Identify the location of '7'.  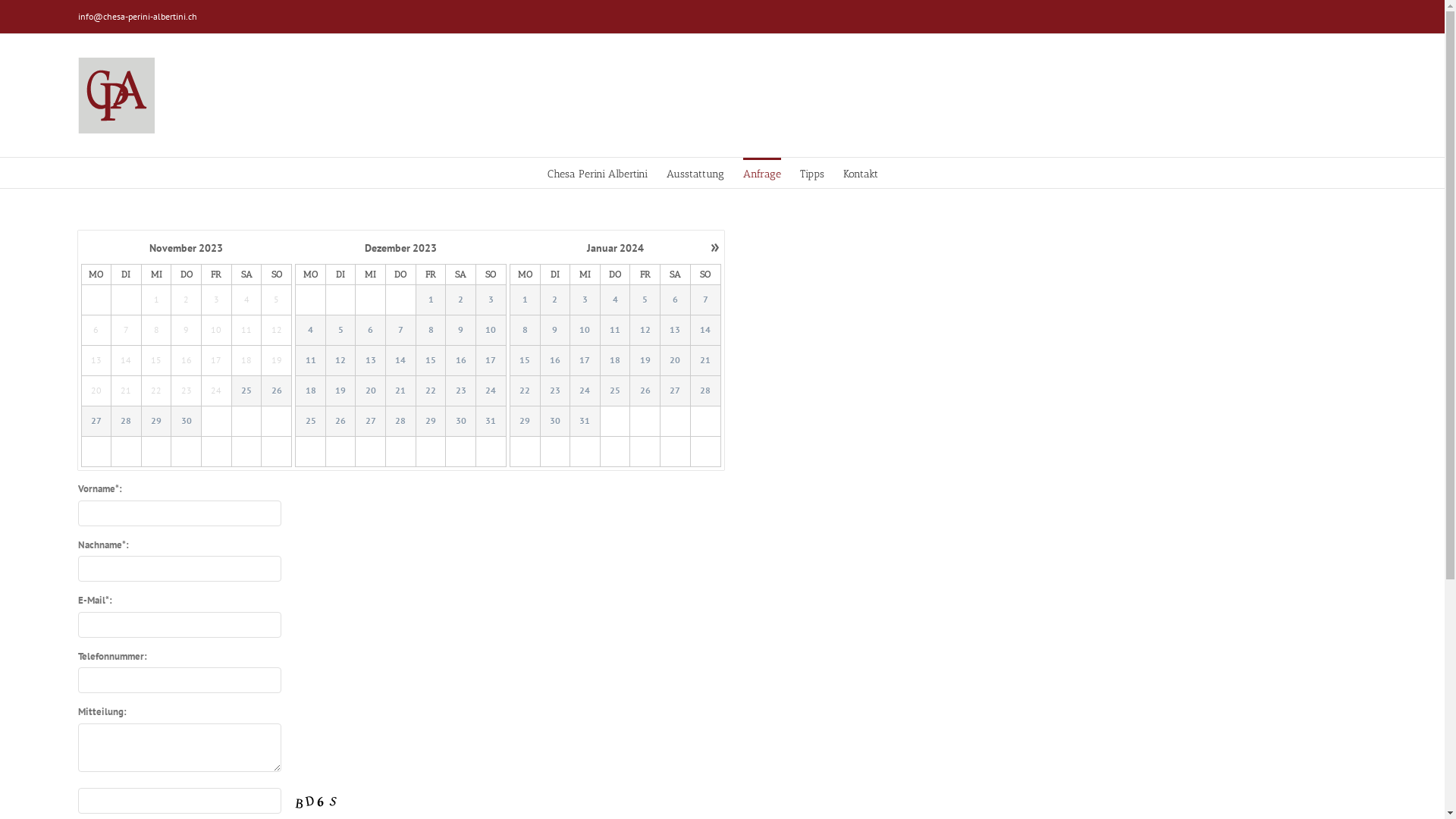
(400, 329).